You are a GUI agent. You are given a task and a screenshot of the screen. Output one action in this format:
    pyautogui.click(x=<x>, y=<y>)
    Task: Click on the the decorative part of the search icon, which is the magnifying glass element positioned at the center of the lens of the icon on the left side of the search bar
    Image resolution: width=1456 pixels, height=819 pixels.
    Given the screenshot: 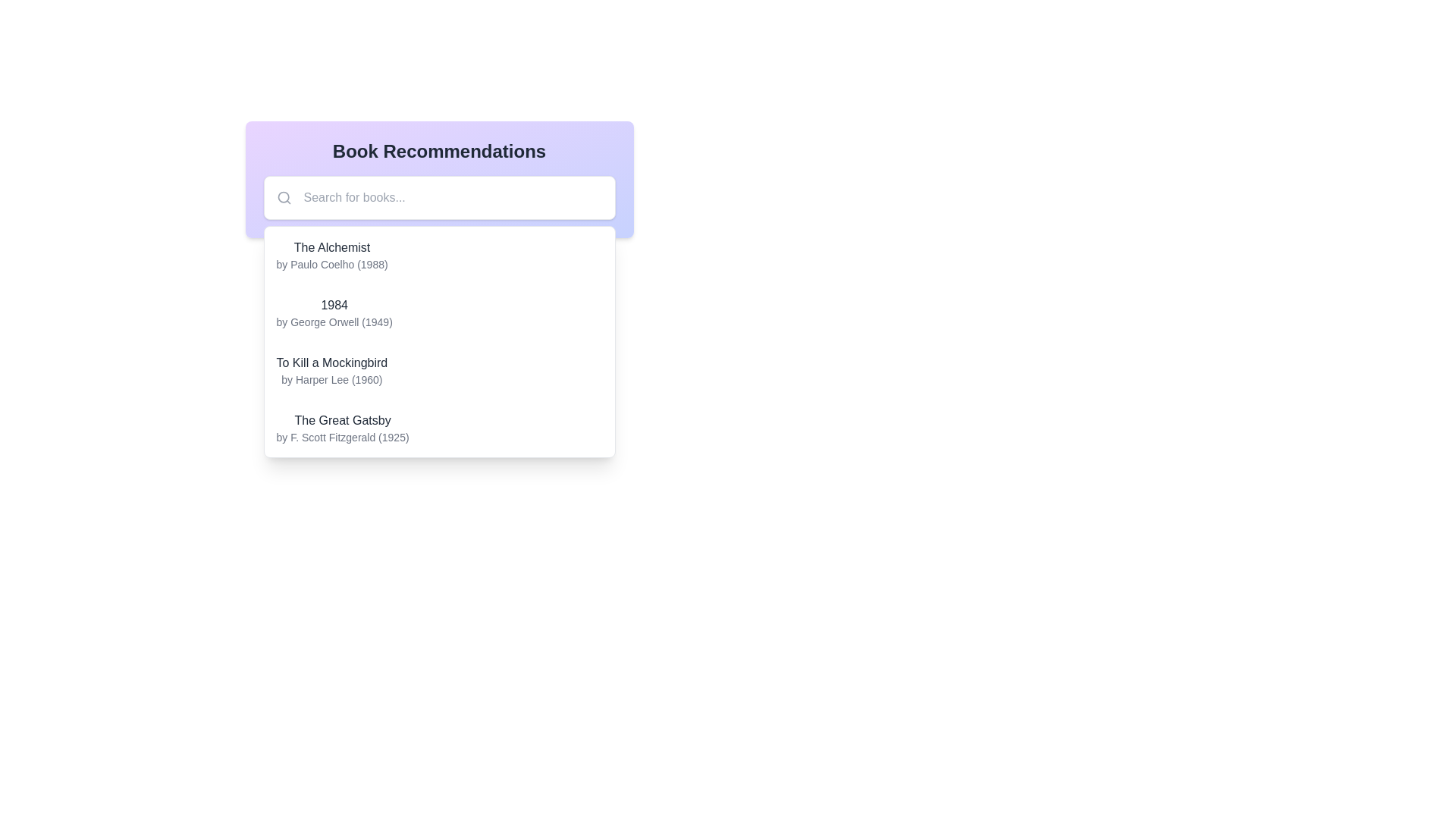 What is the action you would take?
    pyautogui.click(x=283, y=196)
    